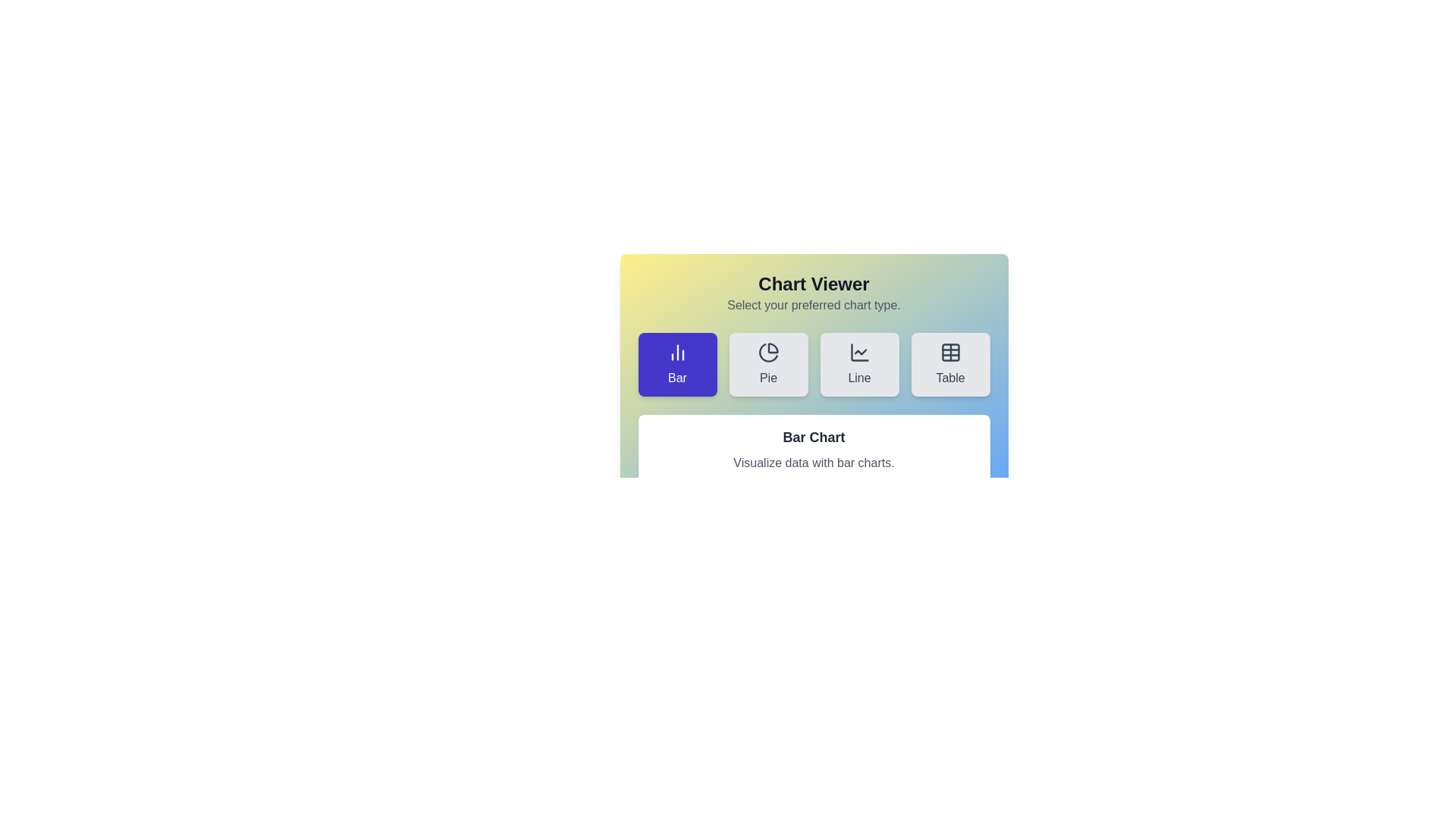 The width and height of the screenshot is (1456, 819). What do you see at coordinates (768, 365) in the screenshot?
I see `the button labeled 'Pie' which is styled with rounded edges and a shadow effect` at bounding box center [768, 365].